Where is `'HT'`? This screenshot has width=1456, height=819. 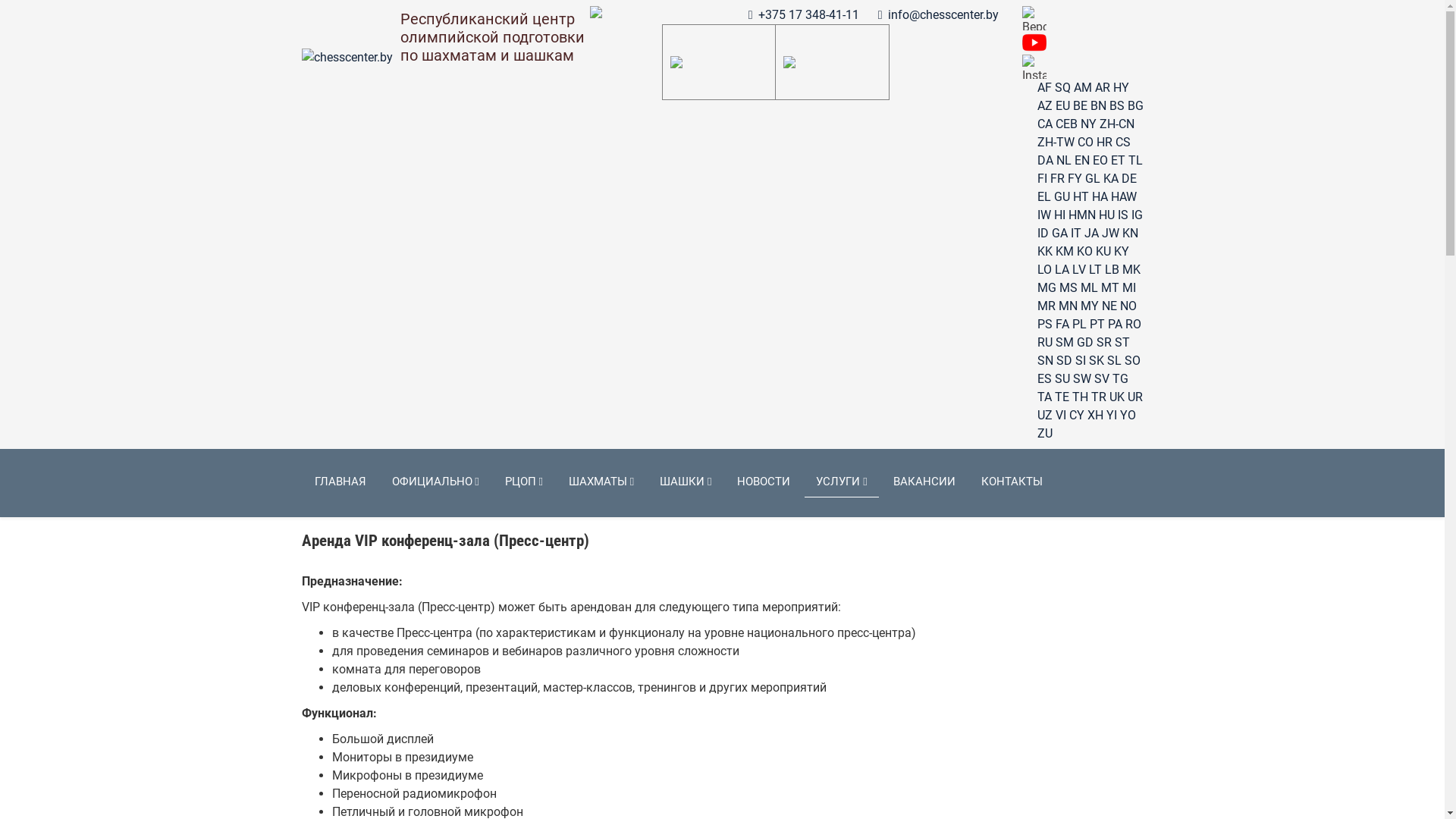
'HT' is located at coordinates (1079, 196).